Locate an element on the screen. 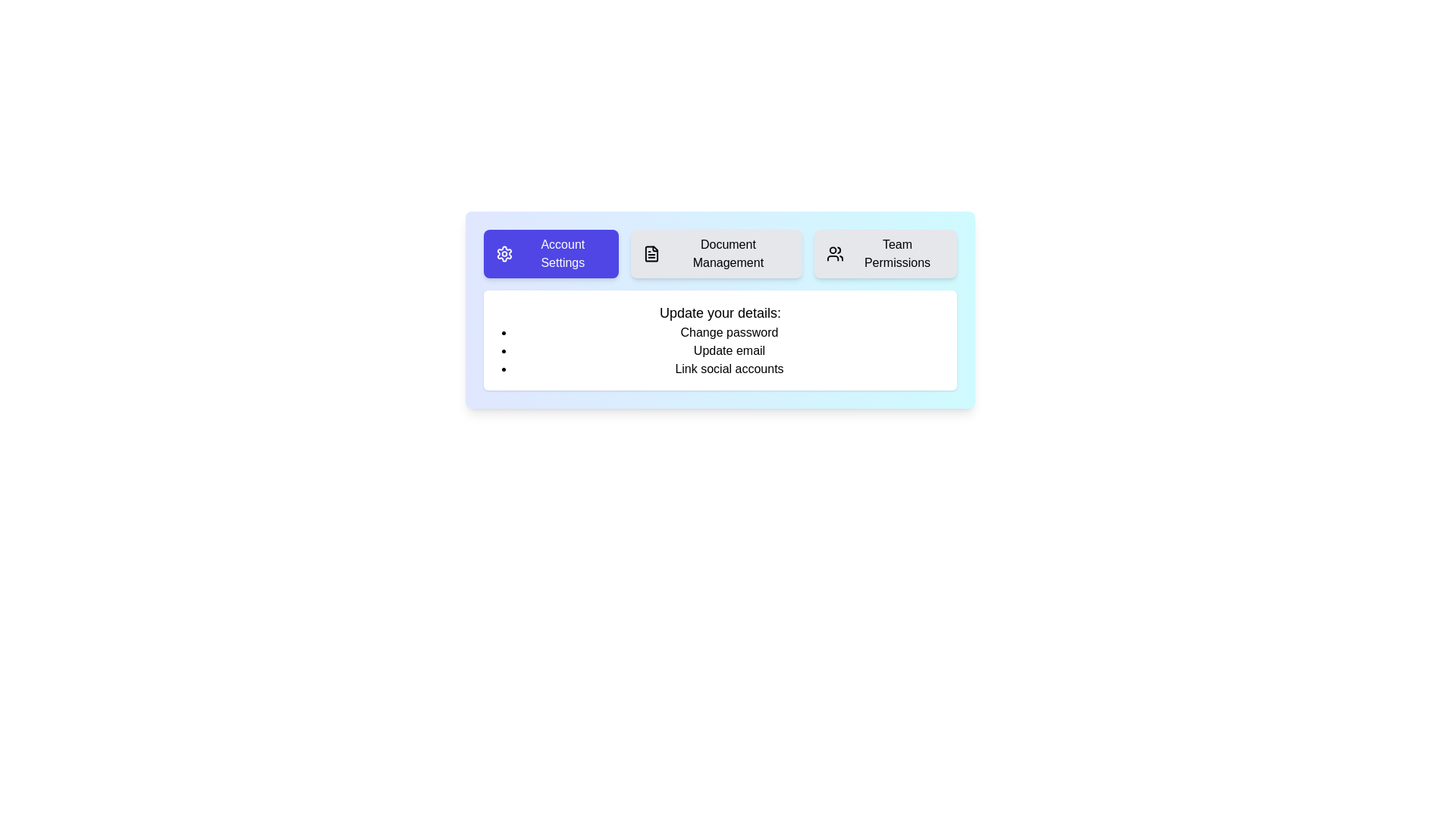 Image resolution: width=1456 pixels, height=819 pixels. the text label 'Link social accounts', which is the third entry in a bulleted list under 'Update your details' is located at coordinates (729, 369).